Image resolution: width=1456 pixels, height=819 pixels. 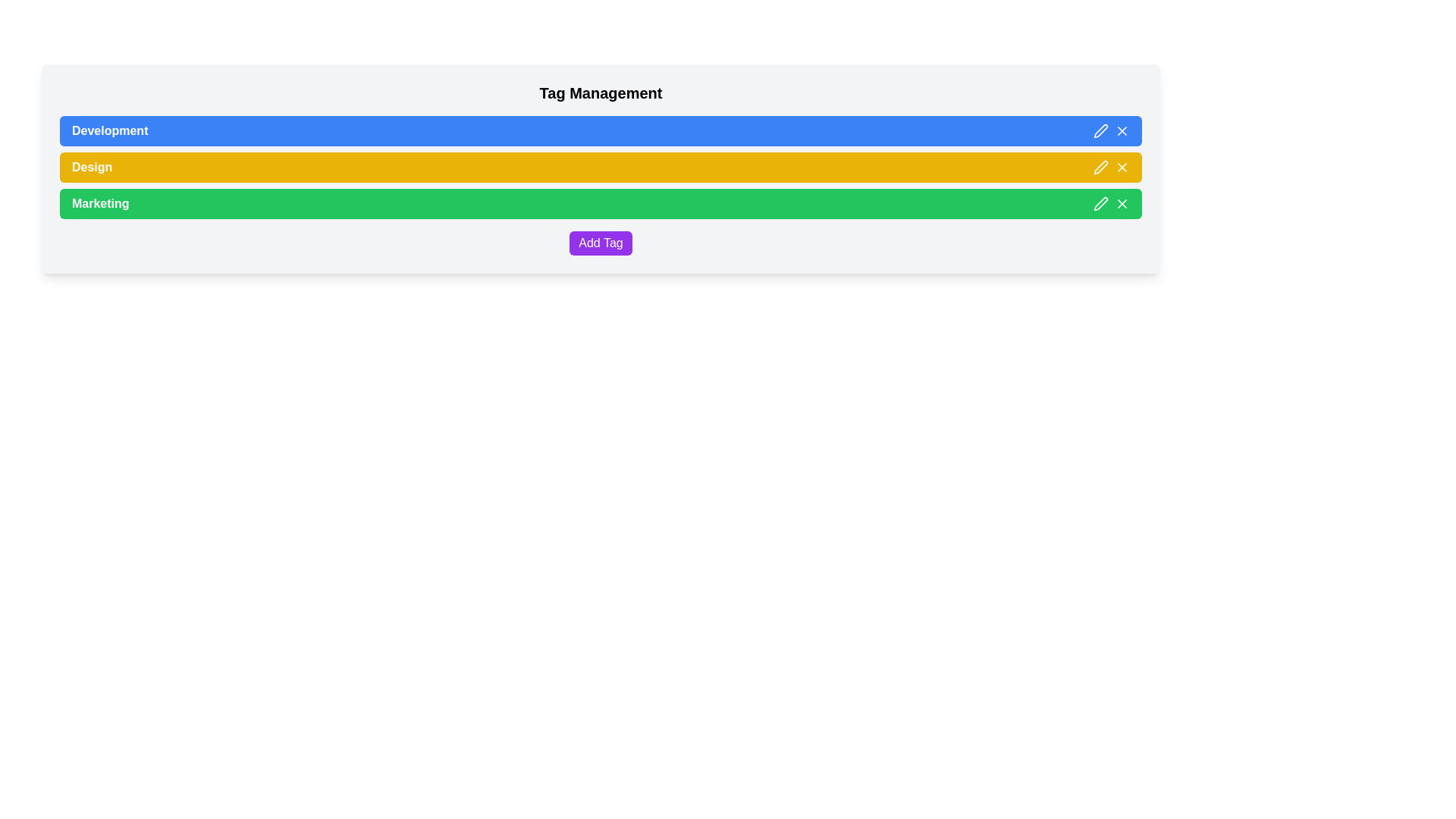 I want to click on the small 'X' icon button on the right end of the yellow horizontal bar labeled 'Design', so click(x=1122, y=167).